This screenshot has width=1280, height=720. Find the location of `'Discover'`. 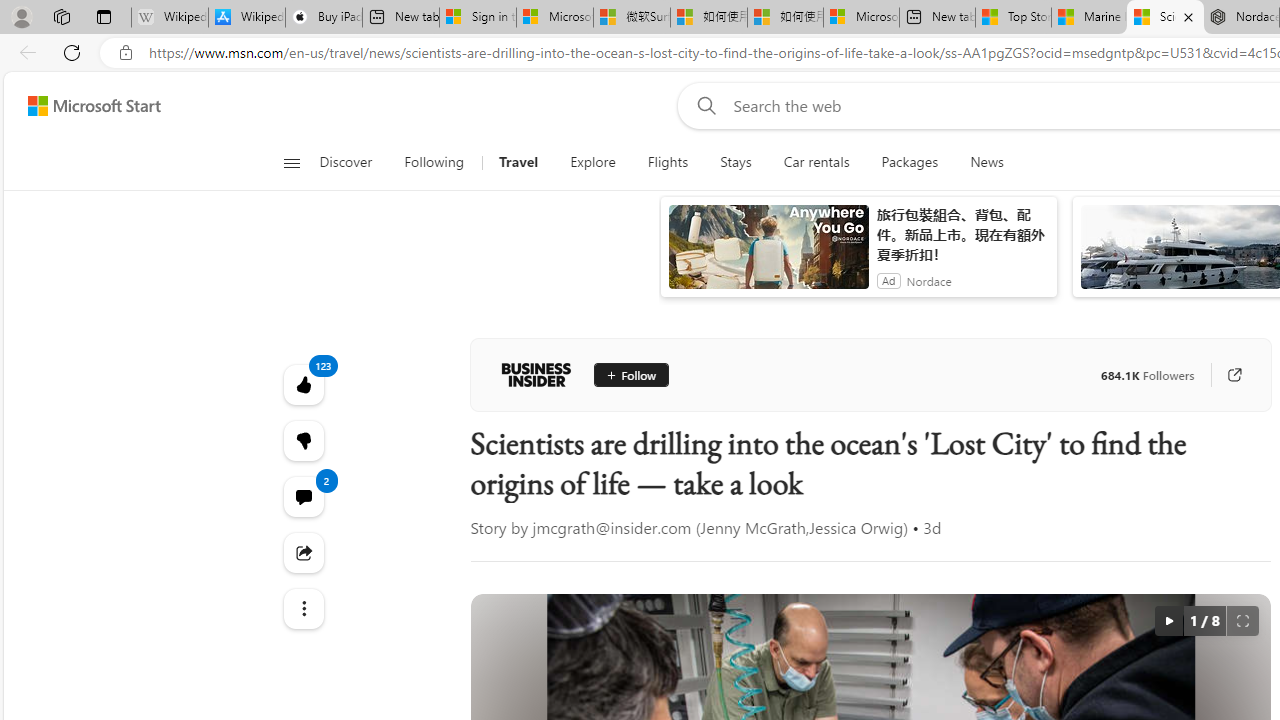

'Discover' is located at coordinates (353, 162).